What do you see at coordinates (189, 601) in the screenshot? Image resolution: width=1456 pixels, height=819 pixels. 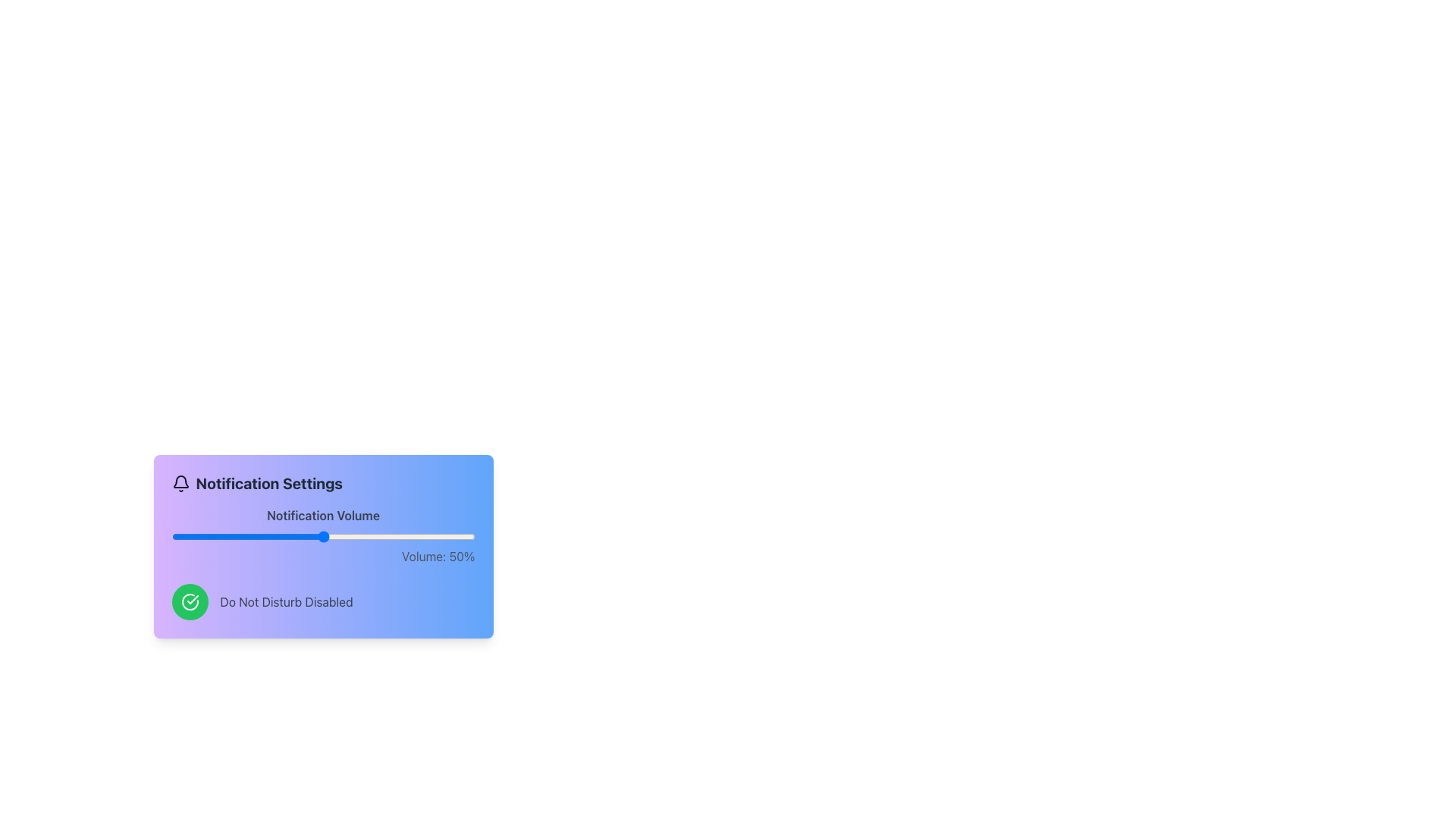 I see `the 'Do Not Disturb' status icon within the green circular button located in the lower left corner of the notification settings card, which indicates that the feature is currently disabled` at bounding box center [189, 601].